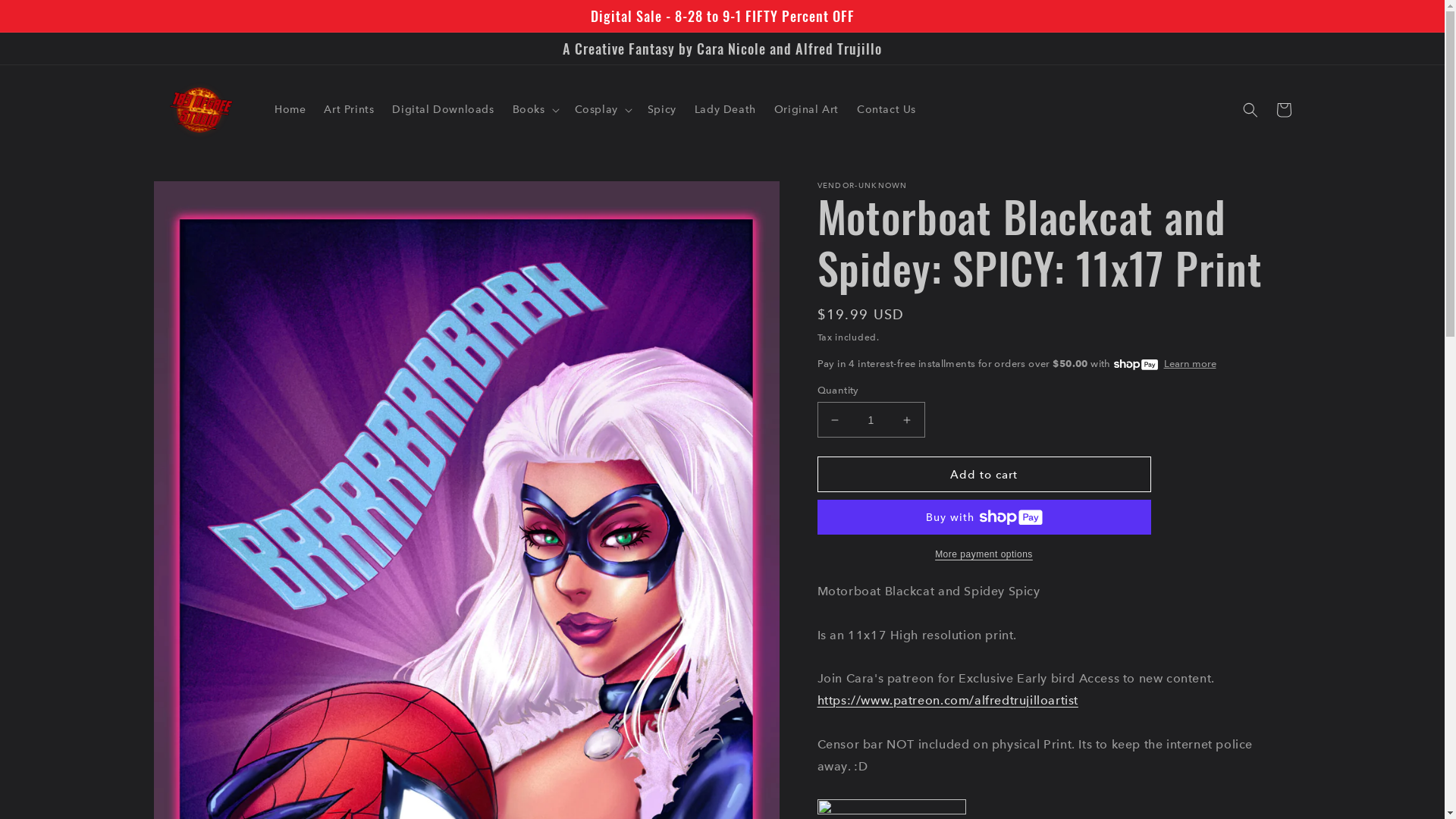 Image resolution: width=1456 pixels, height=819 pixels. I want to click on 'Skip to product information', so click(199, 197).